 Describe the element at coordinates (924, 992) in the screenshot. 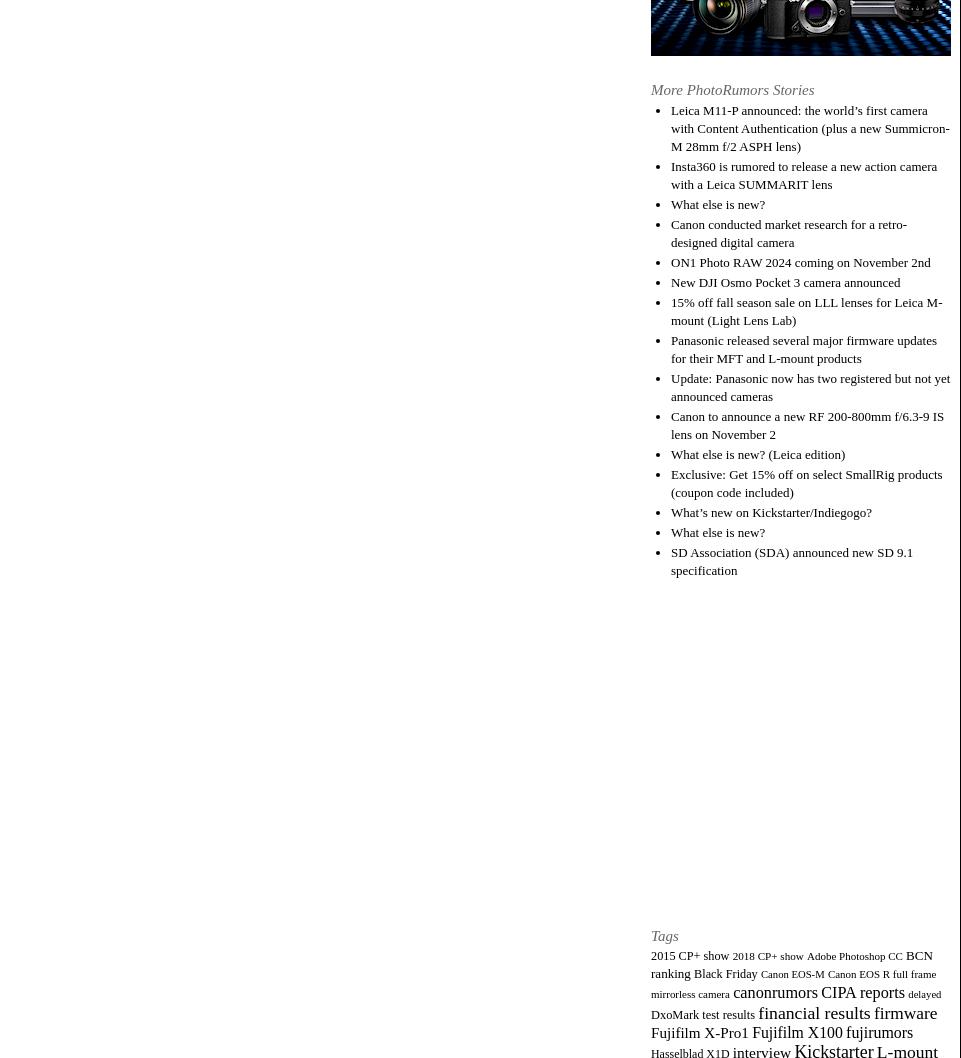

I see `'delayed'` at that location.